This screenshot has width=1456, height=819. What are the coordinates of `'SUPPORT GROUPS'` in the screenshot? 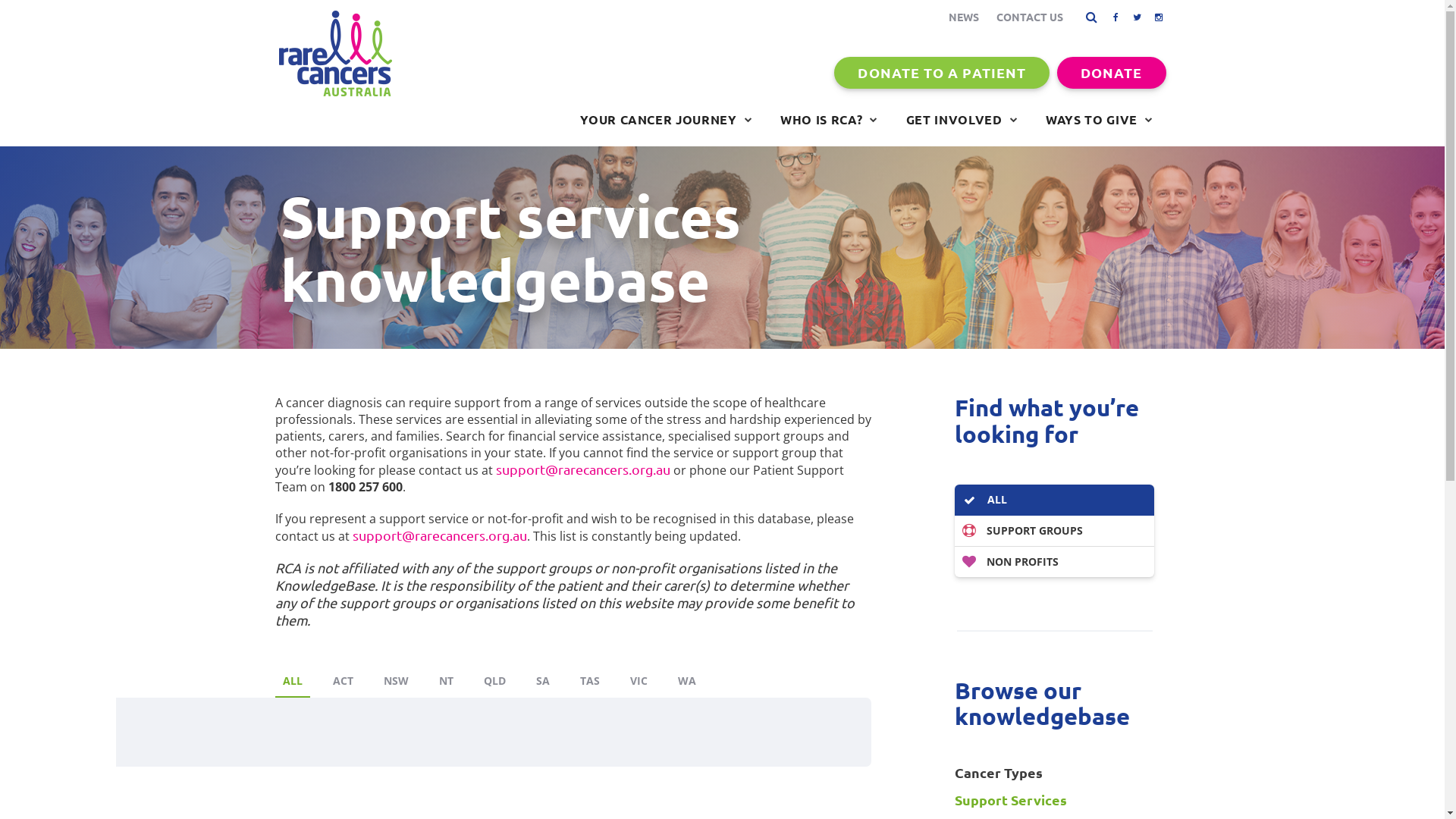 It's located at (1053, 530).